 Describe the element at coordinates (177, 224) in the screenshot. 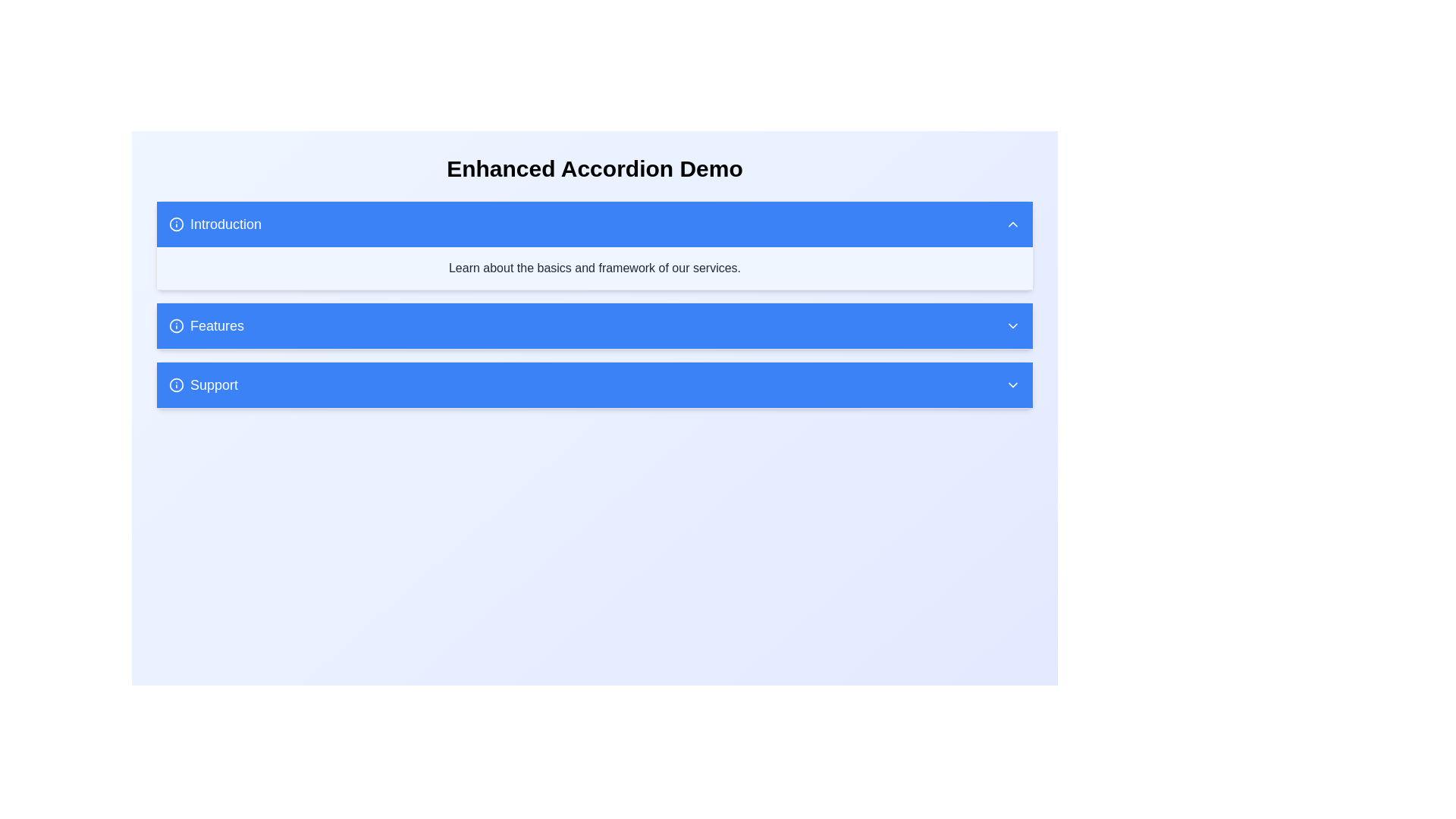

I see `the SVG Circle element within the information icon located to the left of the text 'Introduction'` at that location.